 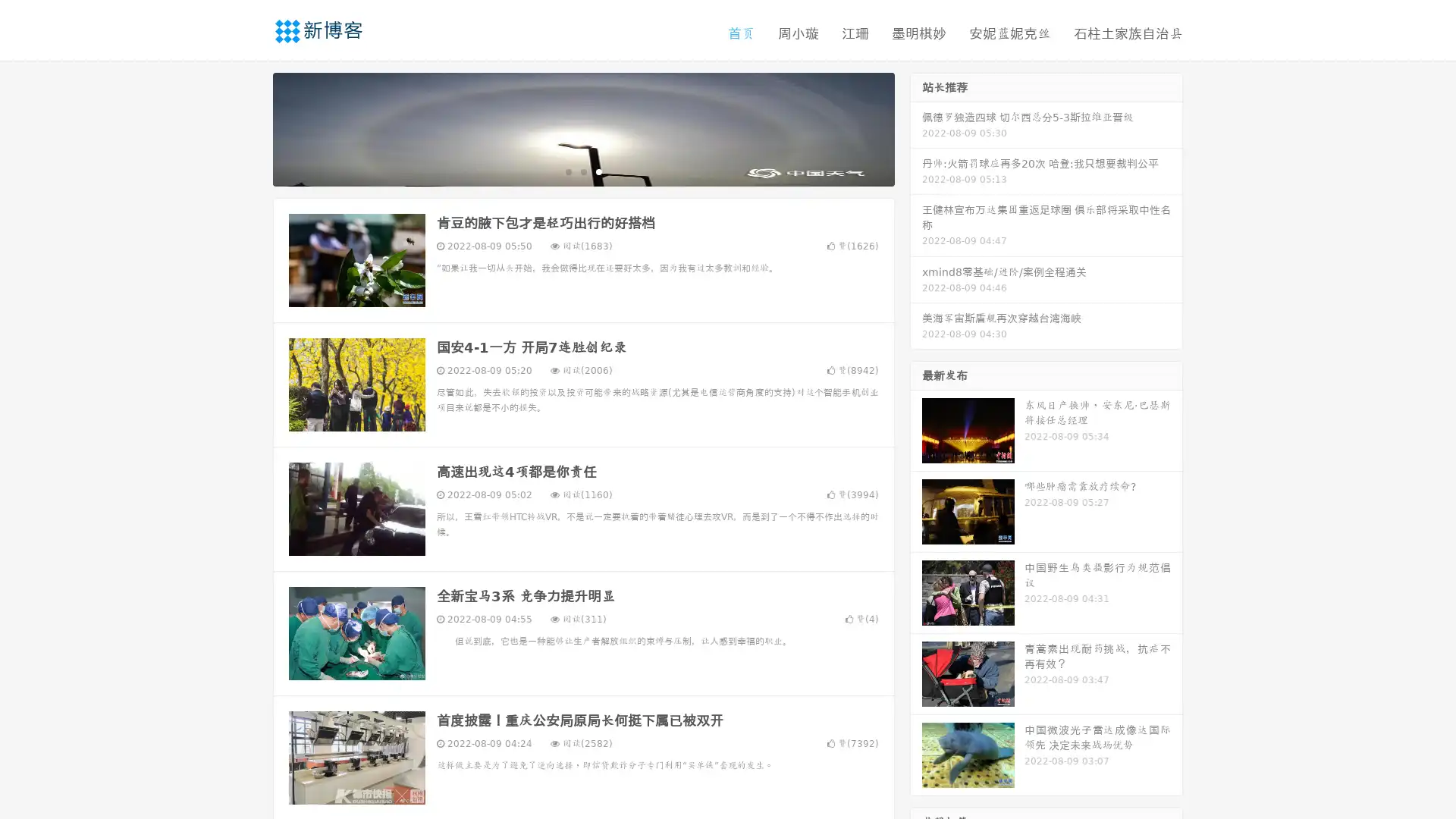 What do you see at coordinates (916, 127) in the screenshot?
I see `Next slide` at bounding box center [916, 127].